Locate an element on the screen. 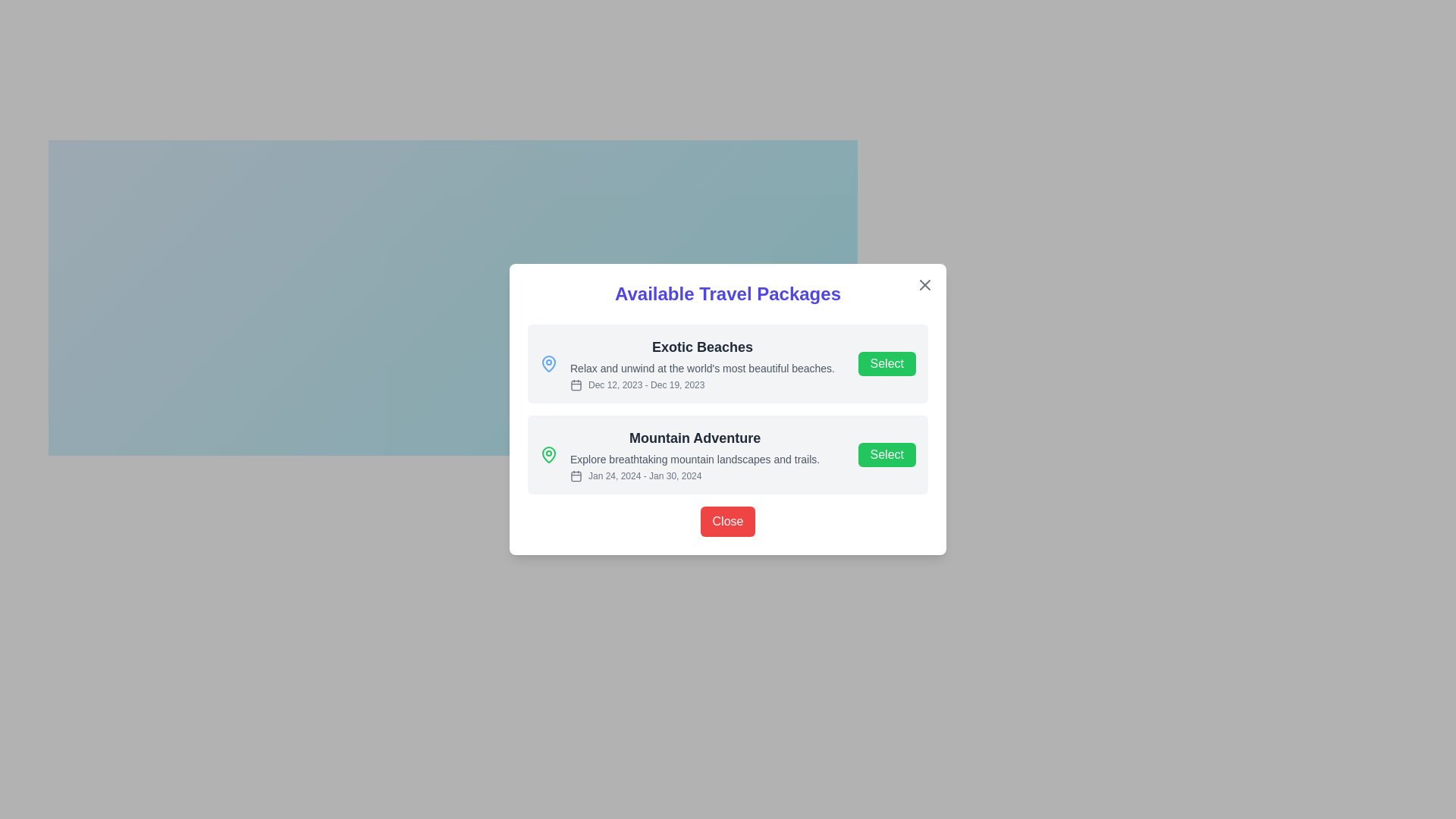  the icon located at the top-left corner of the 'Exotic Beaches' card to see more information about the destinations is located at coordinates (548, 363).